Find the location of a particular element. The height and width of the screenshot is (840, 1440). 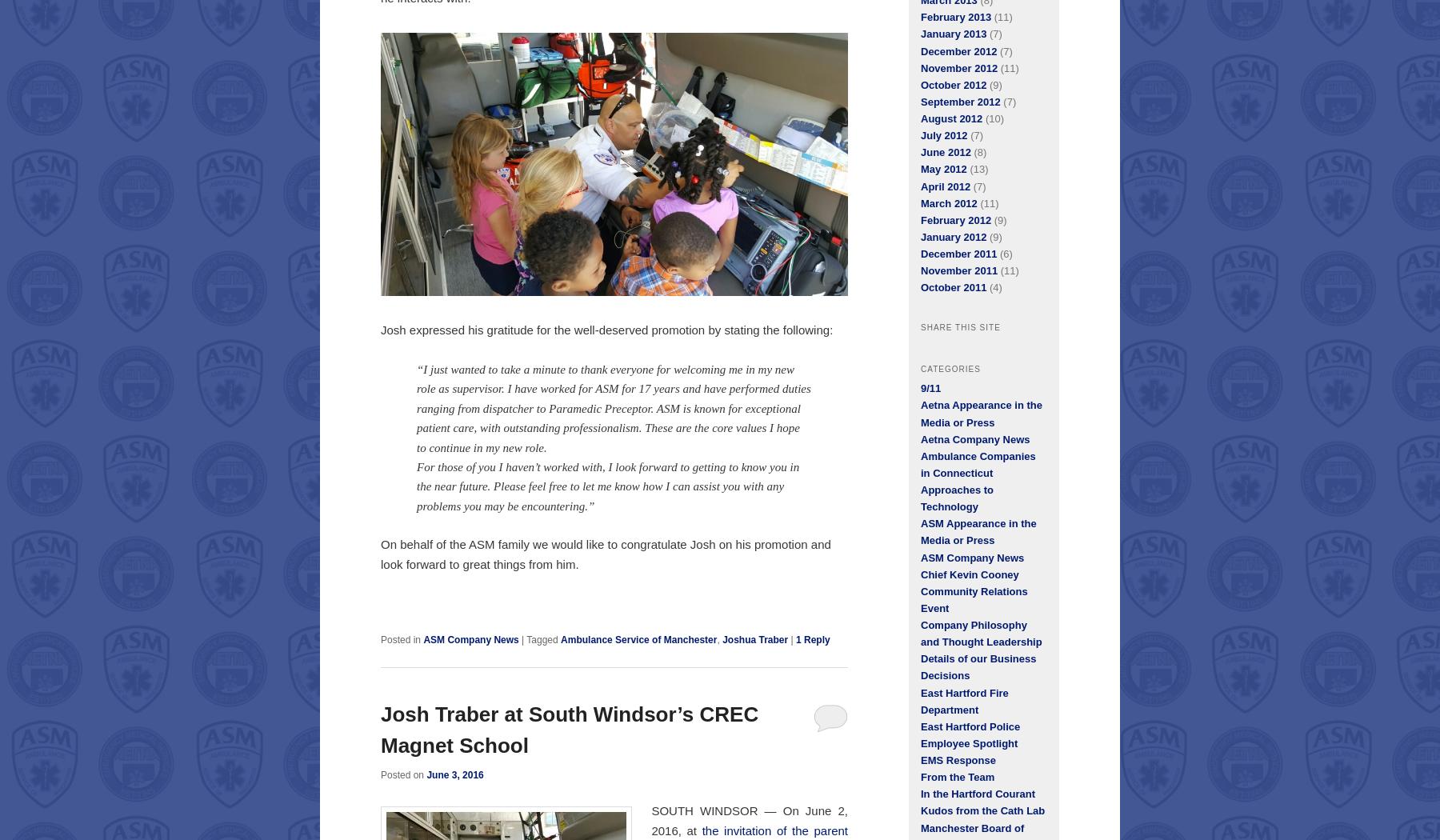

'(10)' is located at coordinates (981, 118).